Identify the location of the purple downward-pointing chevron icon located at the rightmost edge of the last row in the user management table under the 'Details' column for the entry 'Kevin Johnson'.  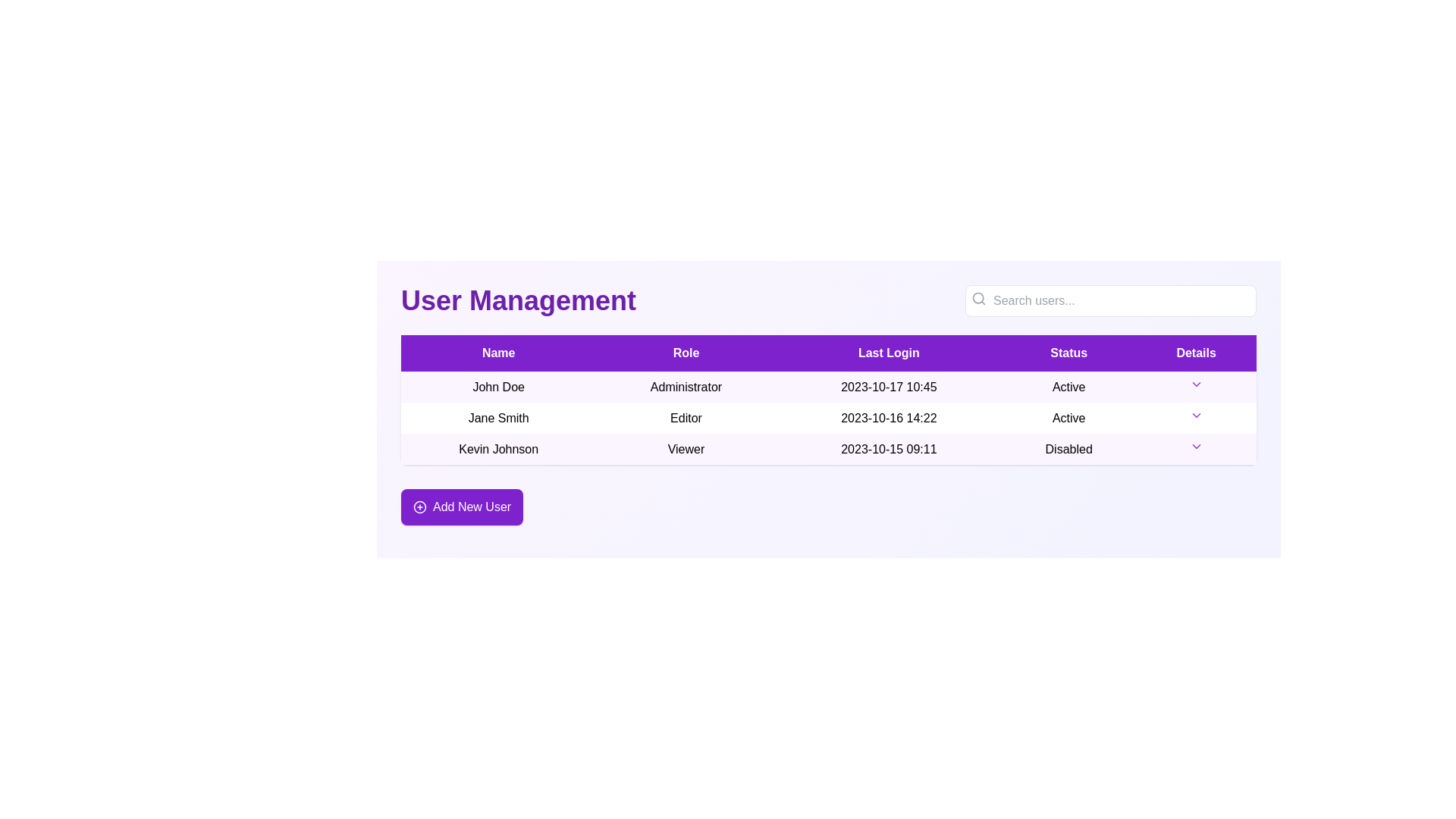
(1195, 448).